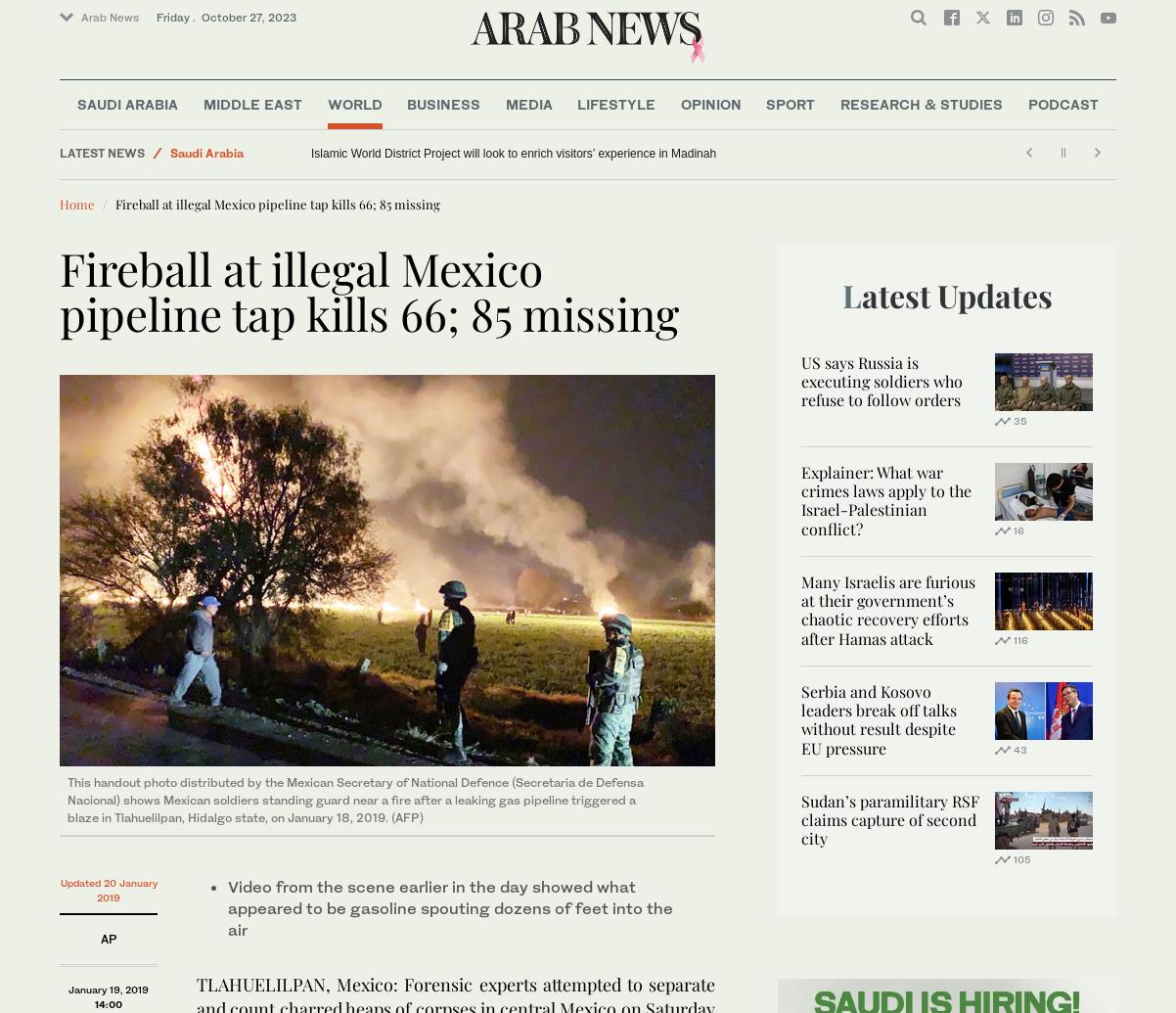 The height and width of the screenshot is (1013, 1176). Describe the element at coordinates (121, 81) in the screenshot. I see `'Arab News JP'` at that location.